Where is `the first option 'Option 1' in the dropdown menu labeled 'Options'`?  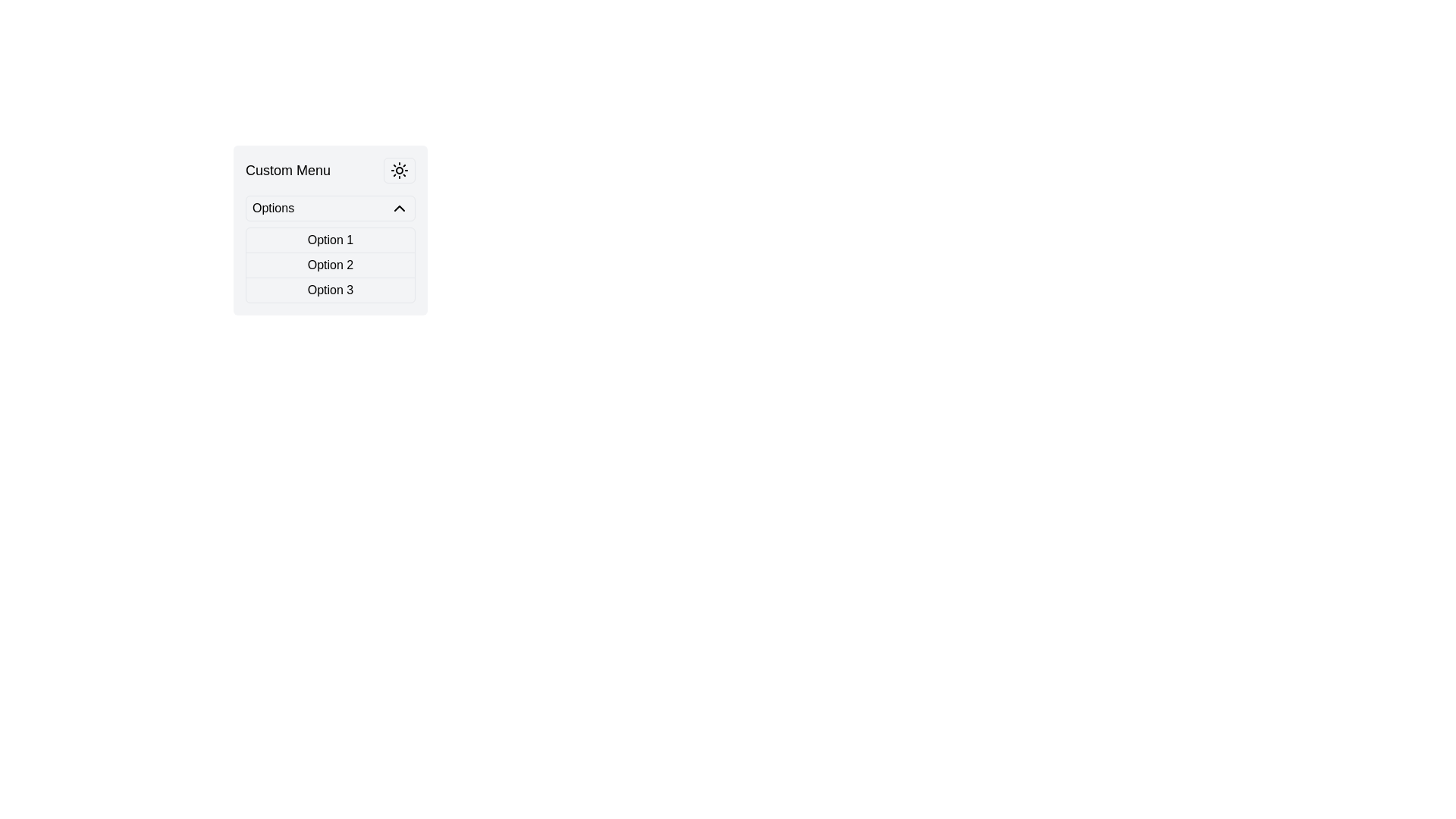 the first option 'Option 1' in the dropdown menu labeled 'Options' is located at coordinates (330, 240).